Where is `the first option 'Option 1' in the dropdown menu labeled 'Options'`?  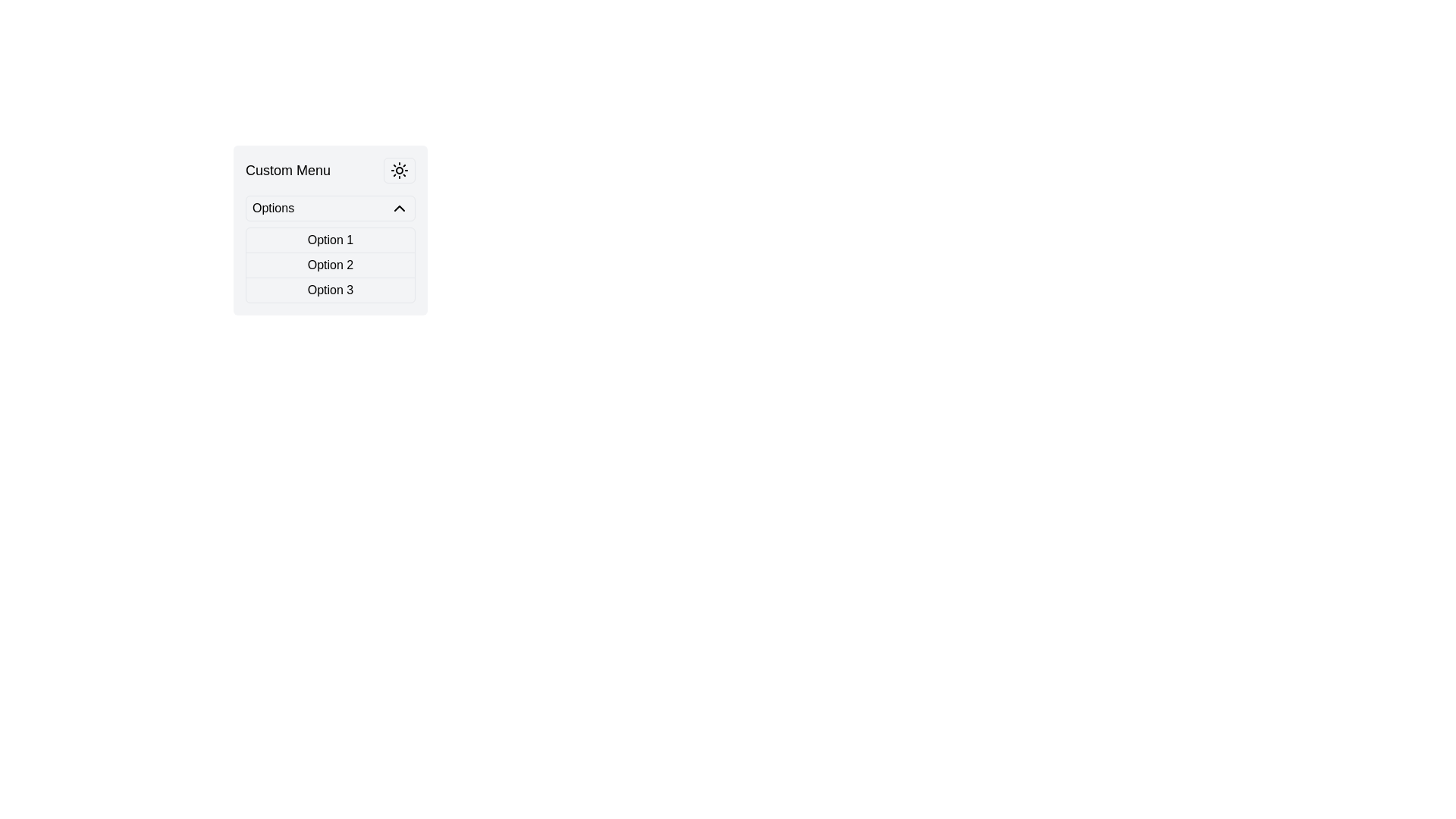 the first option 'Option 1' in the dropdown menu labeled 'Options' is located at coordinates (330, 240).